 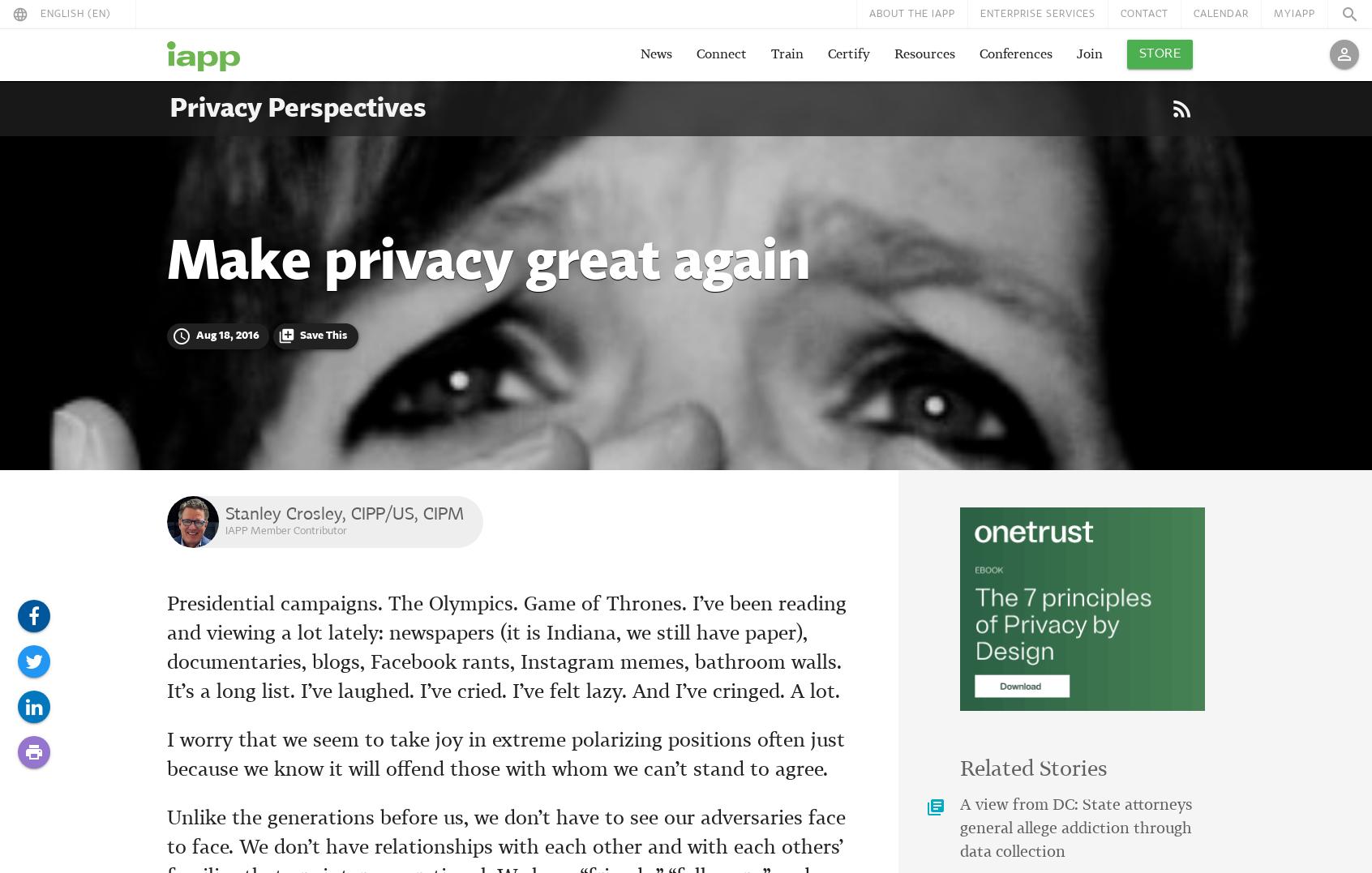 I want to click on 'Related Stories', so click(x=1032, y=768).